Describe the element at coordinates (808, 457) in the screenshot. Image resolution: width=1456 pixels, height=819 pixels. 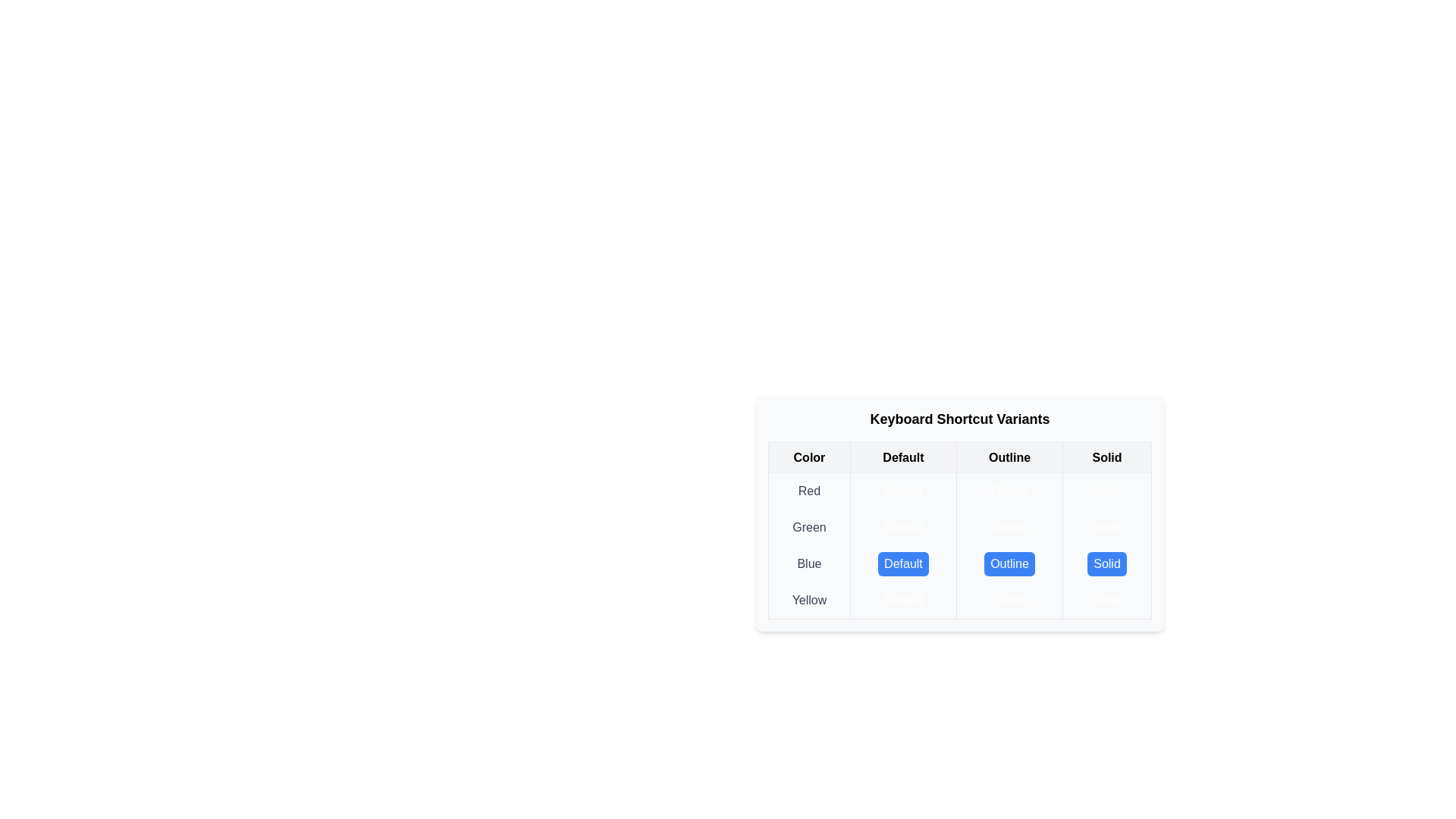
I see `the 'Color' header label in the first column of the grid` at that location.